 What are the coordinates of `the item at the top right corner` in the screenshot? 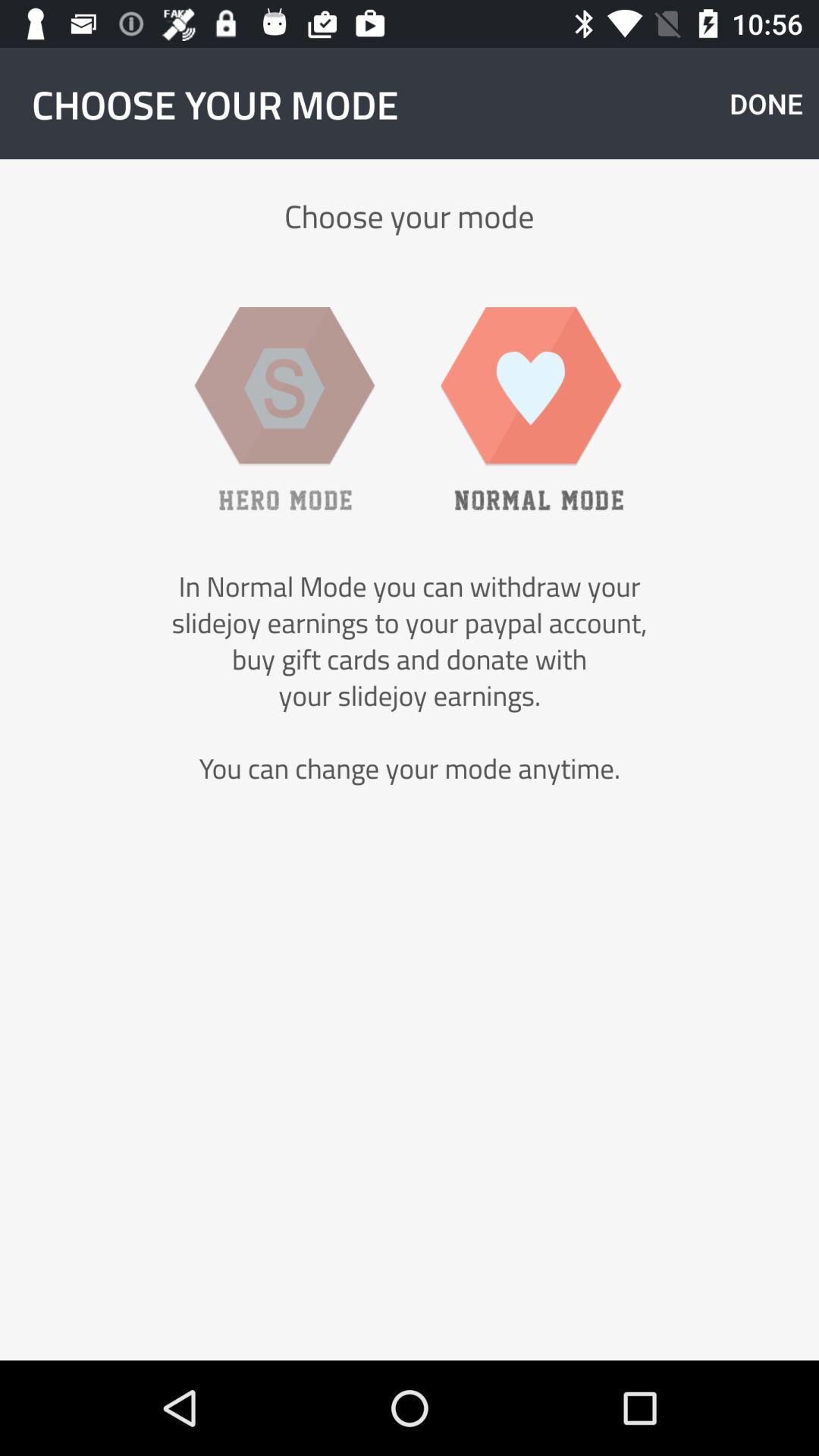 It's located at (766, 102).